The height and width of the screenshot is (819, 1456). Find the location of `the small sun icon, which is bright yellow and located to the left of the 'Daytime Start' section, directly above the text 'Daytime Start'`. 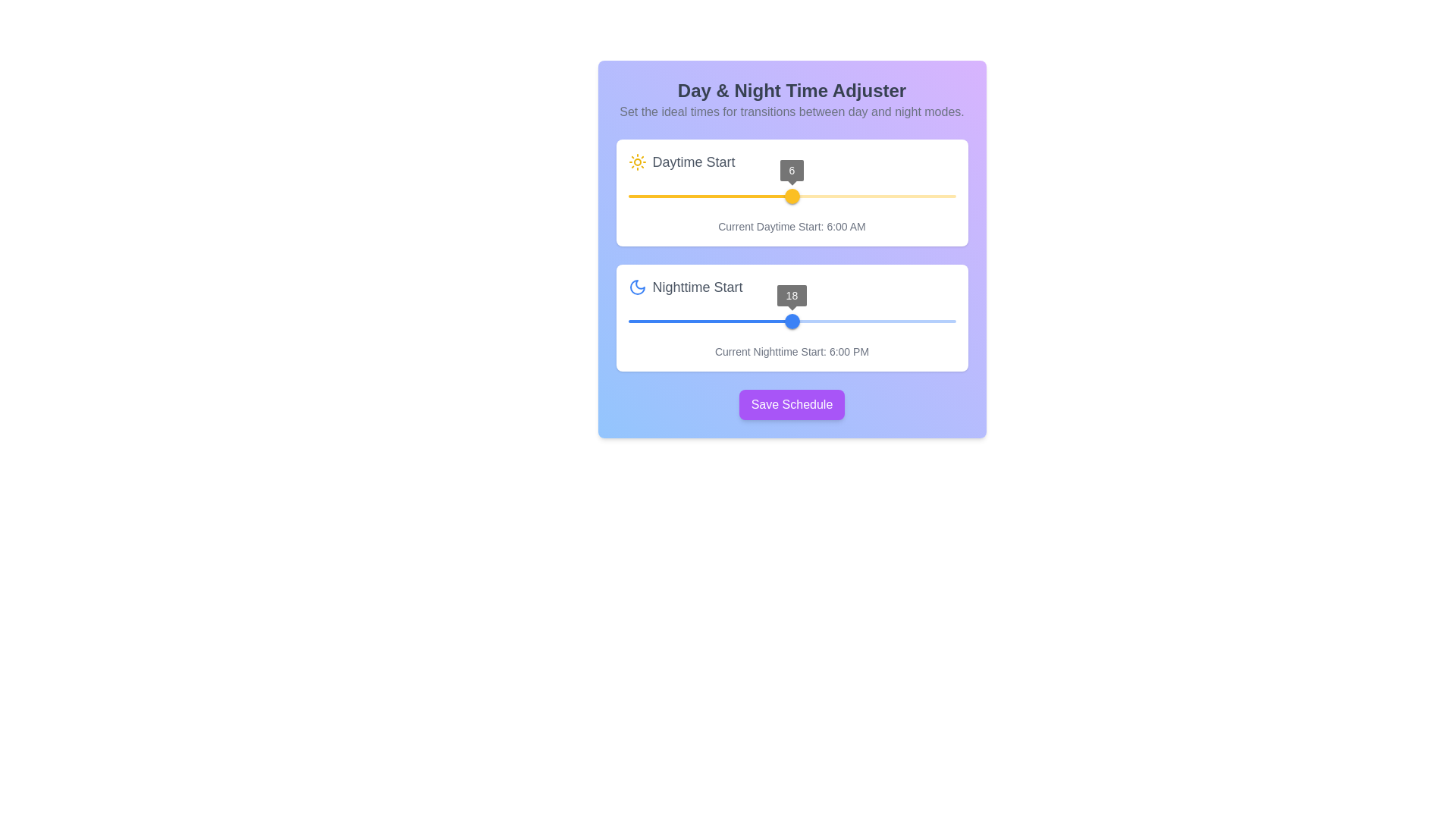

the small sun icon, which is bright yellow and located to the left of the 'Daytime Start' section, directly above the text 'Daytime Start' is located at coordinates (637, 162).